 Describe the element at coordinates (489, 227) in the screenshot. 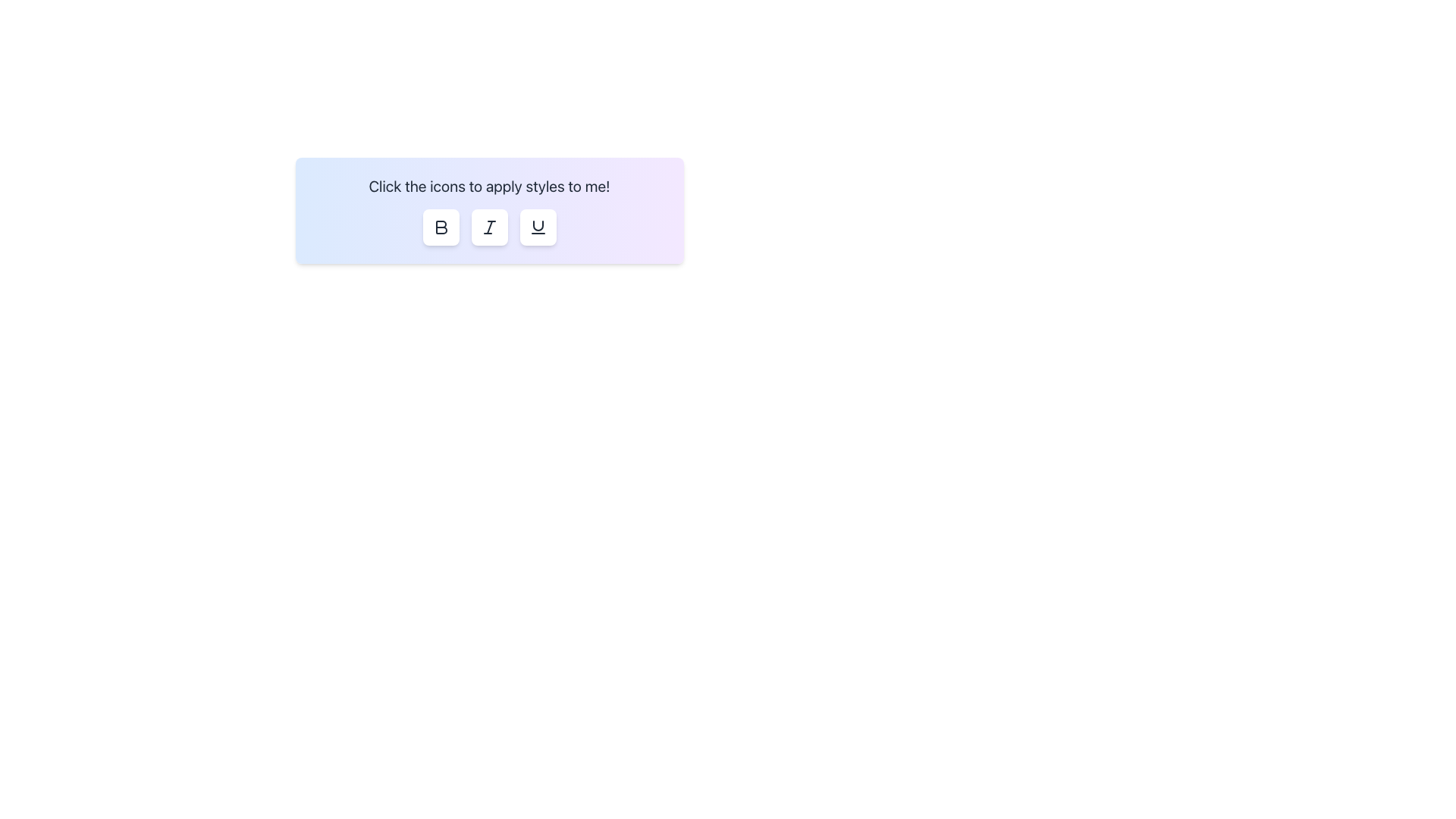

I see `the rectangular button with rounded corners displaying an italicized capital 'I' icon in gray` at that location.